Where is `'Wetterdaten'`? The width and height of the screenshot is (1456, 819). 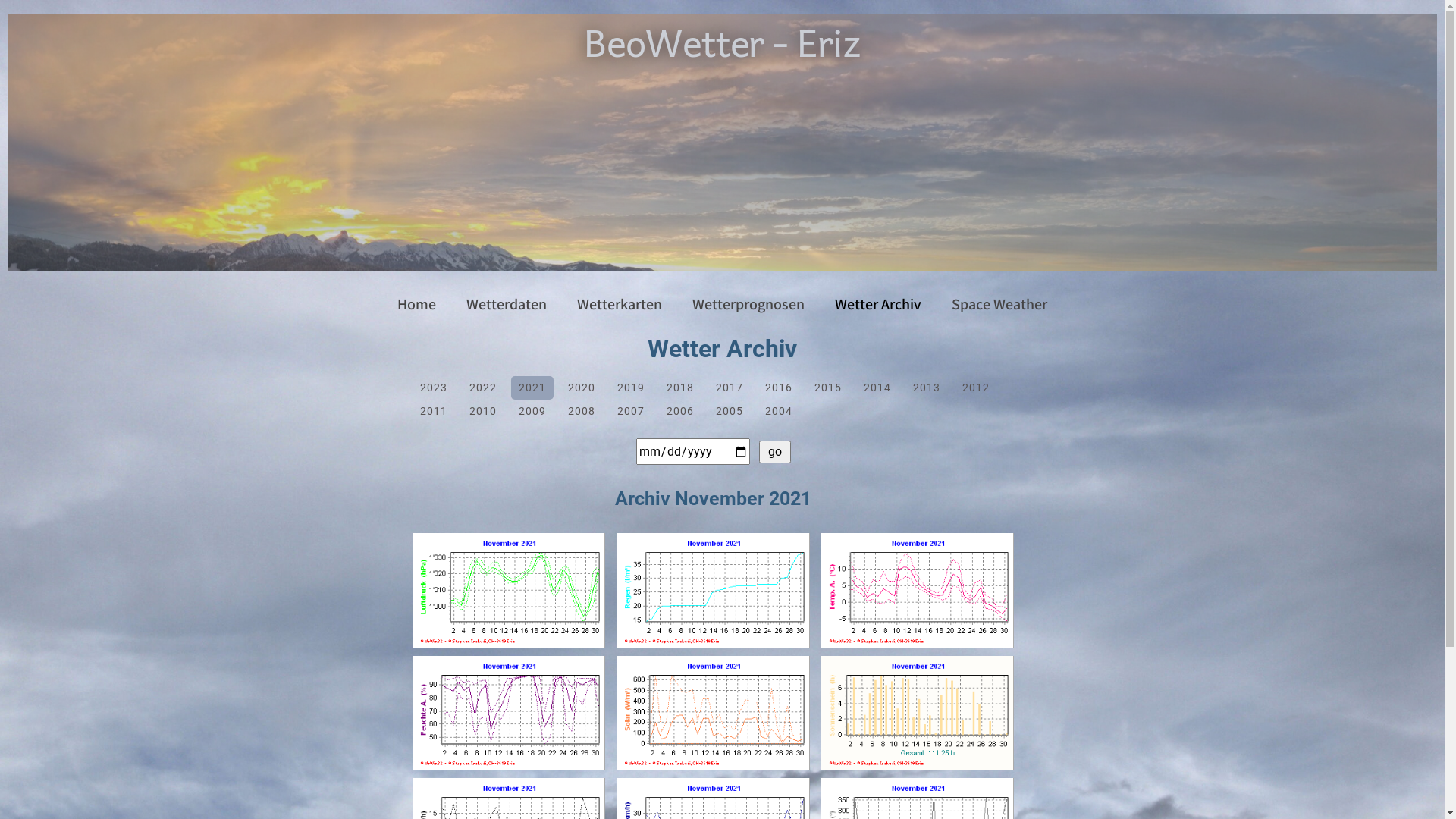 'Wetterdaten' is located at coordinates (506, 304).